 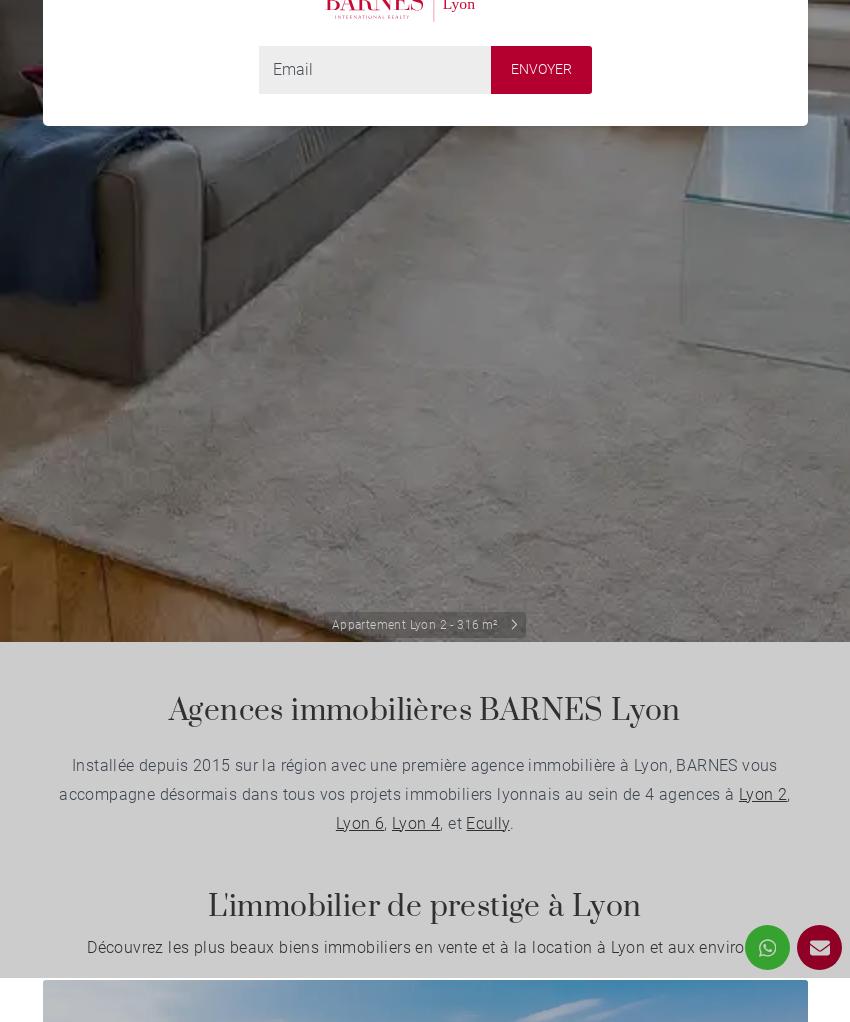 What do you see at coordinates (424, 711) in the screenshot?
I see `'Agences immobilières BARNES Lyon'` at bounding box center [424, 711].